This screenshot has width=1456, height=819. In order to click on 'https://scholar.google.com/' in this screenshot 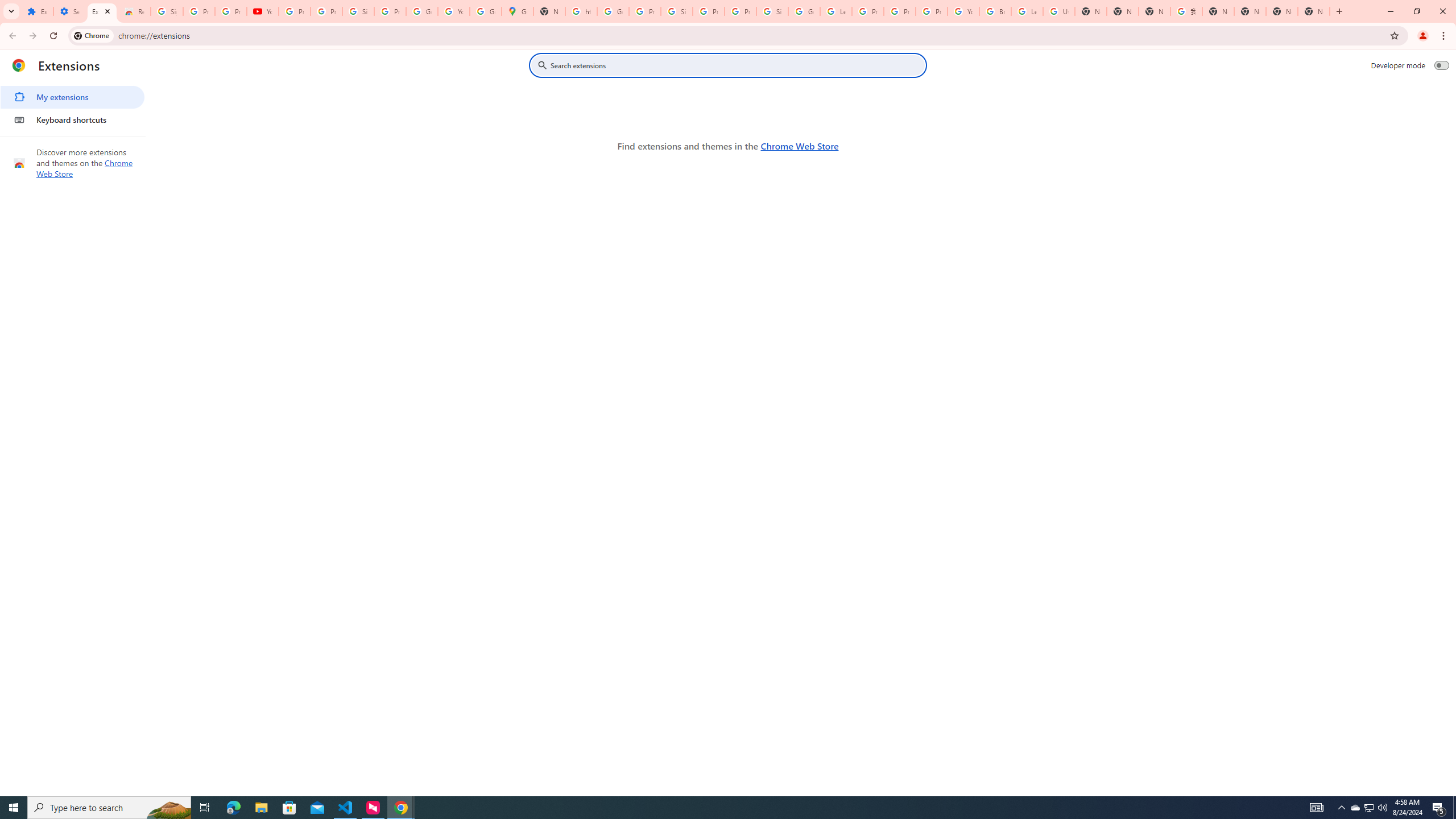, I will do `click(581, 11)`.